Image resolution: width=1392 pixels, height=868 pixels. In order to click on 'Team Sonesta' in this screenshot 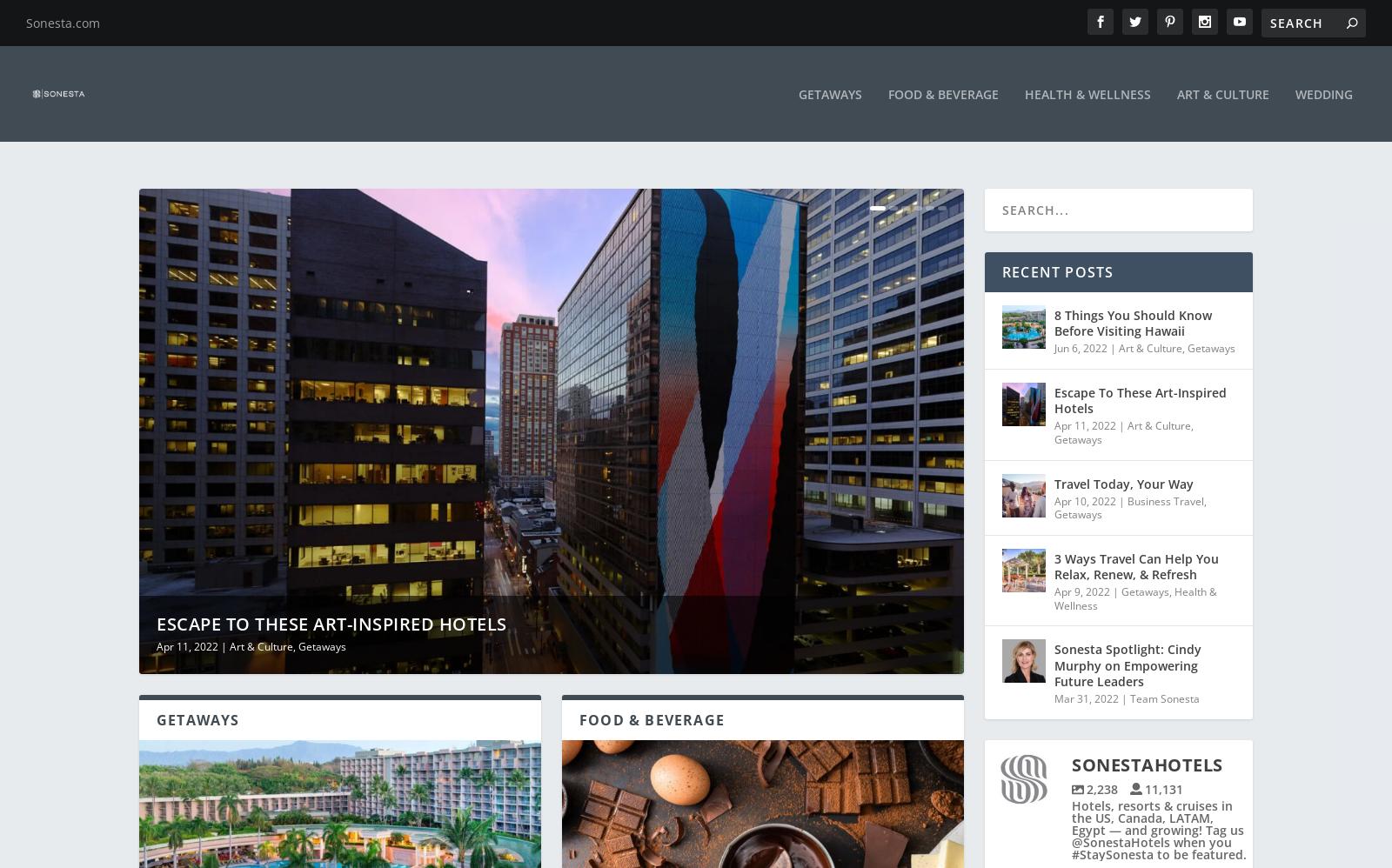, I will do `click(1129, 685)`.